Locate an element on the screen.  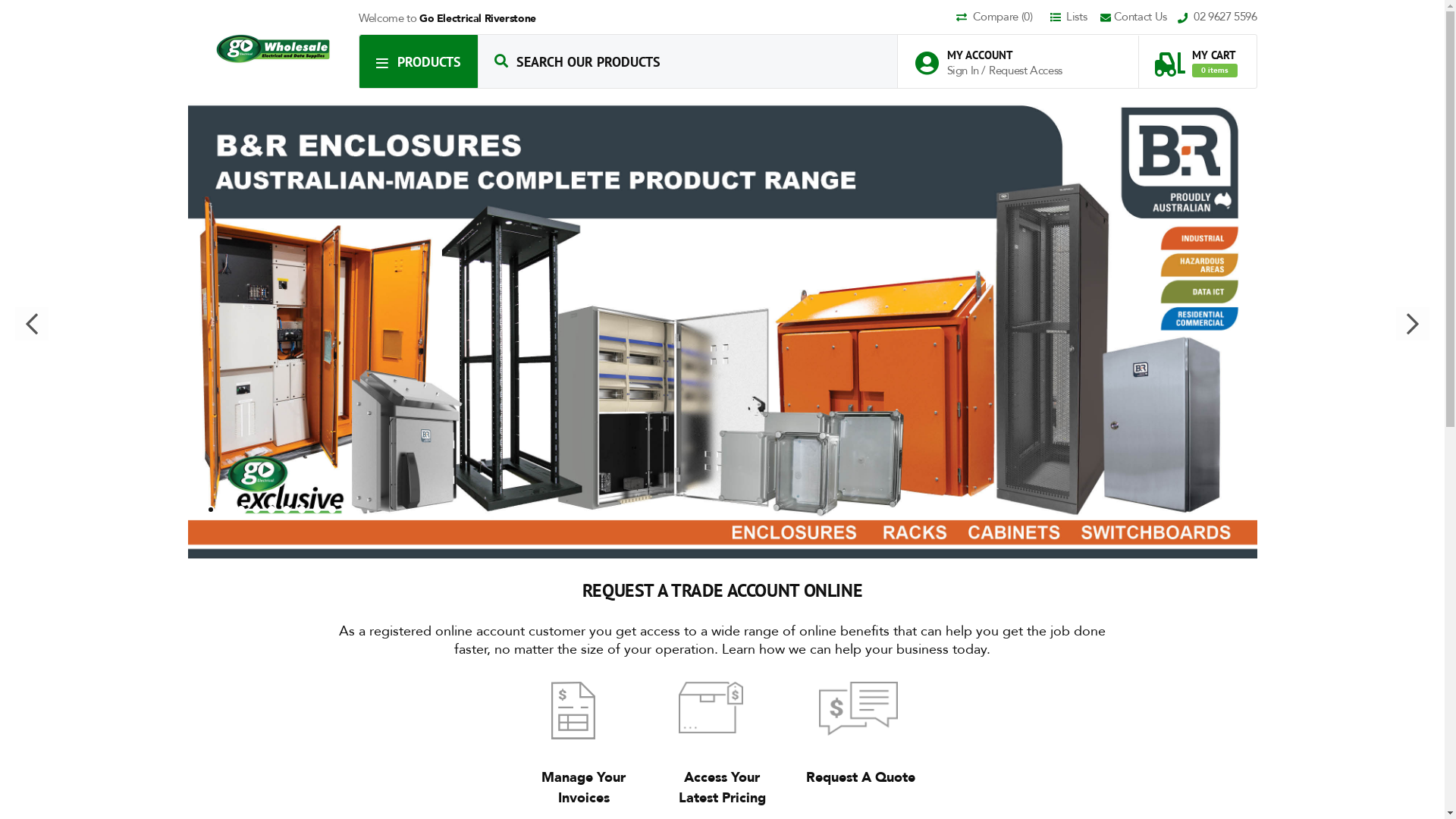
'1' is located at coordinates (194, 509).